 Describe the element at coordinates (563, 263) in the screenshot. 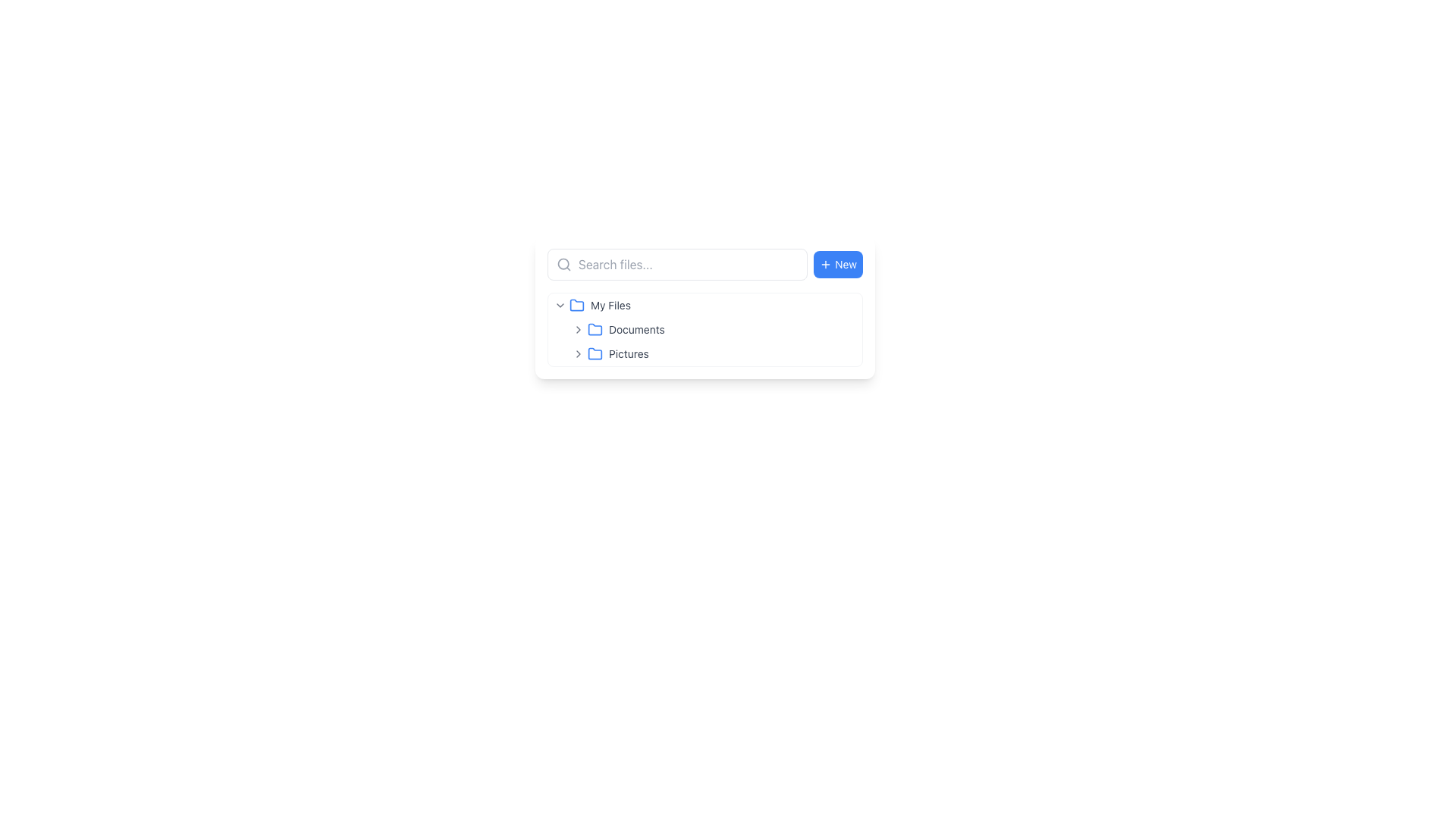

I see `the search icon located on the left-hand side of the input field, which visually indicates the search functionality` at that location.